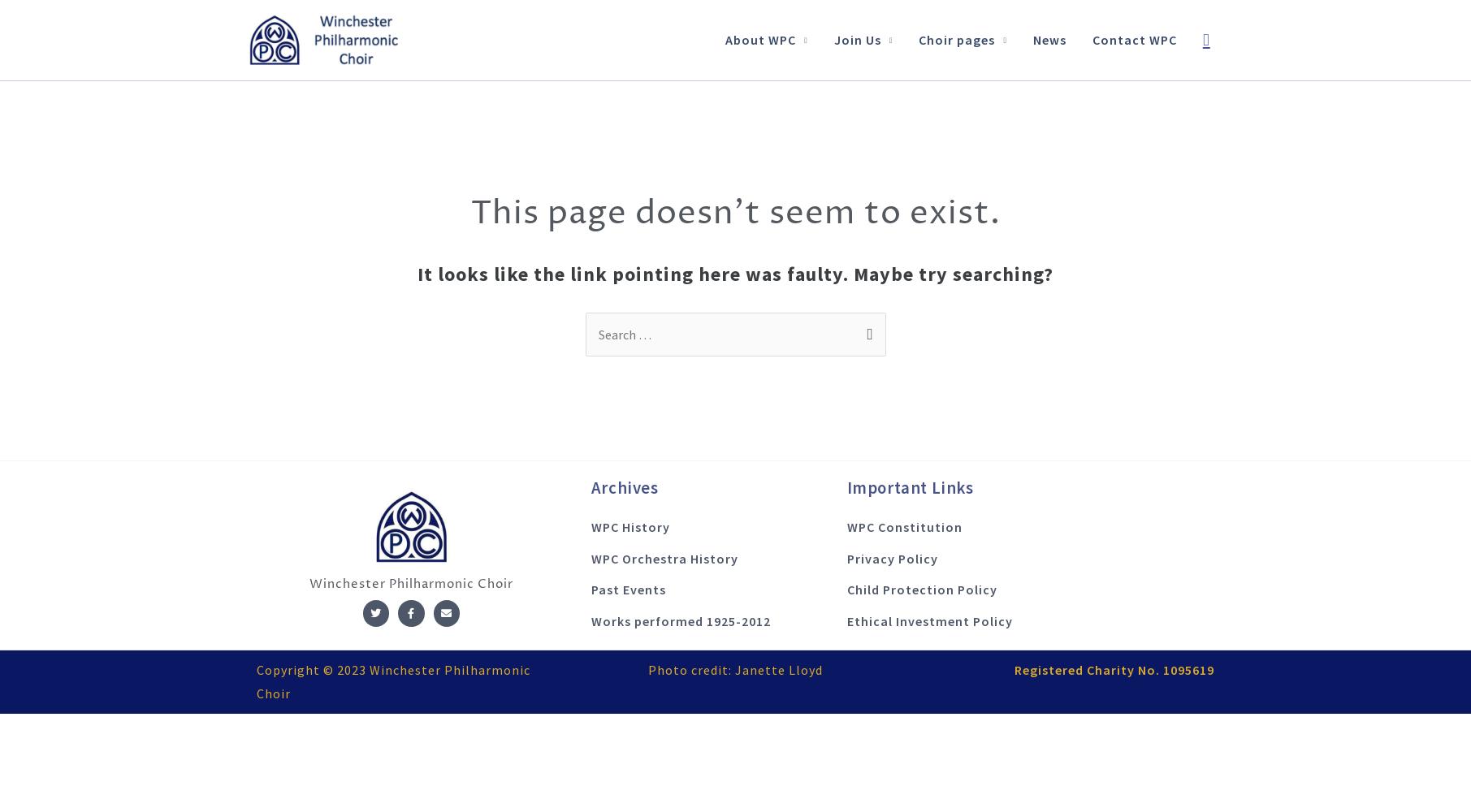 The height and width of the screenshot is (812, 1471). What do you see at coordinates (1132, 40) in the screenshot?
I see `'Contact WPC'` at bounding box center [1132, 40].